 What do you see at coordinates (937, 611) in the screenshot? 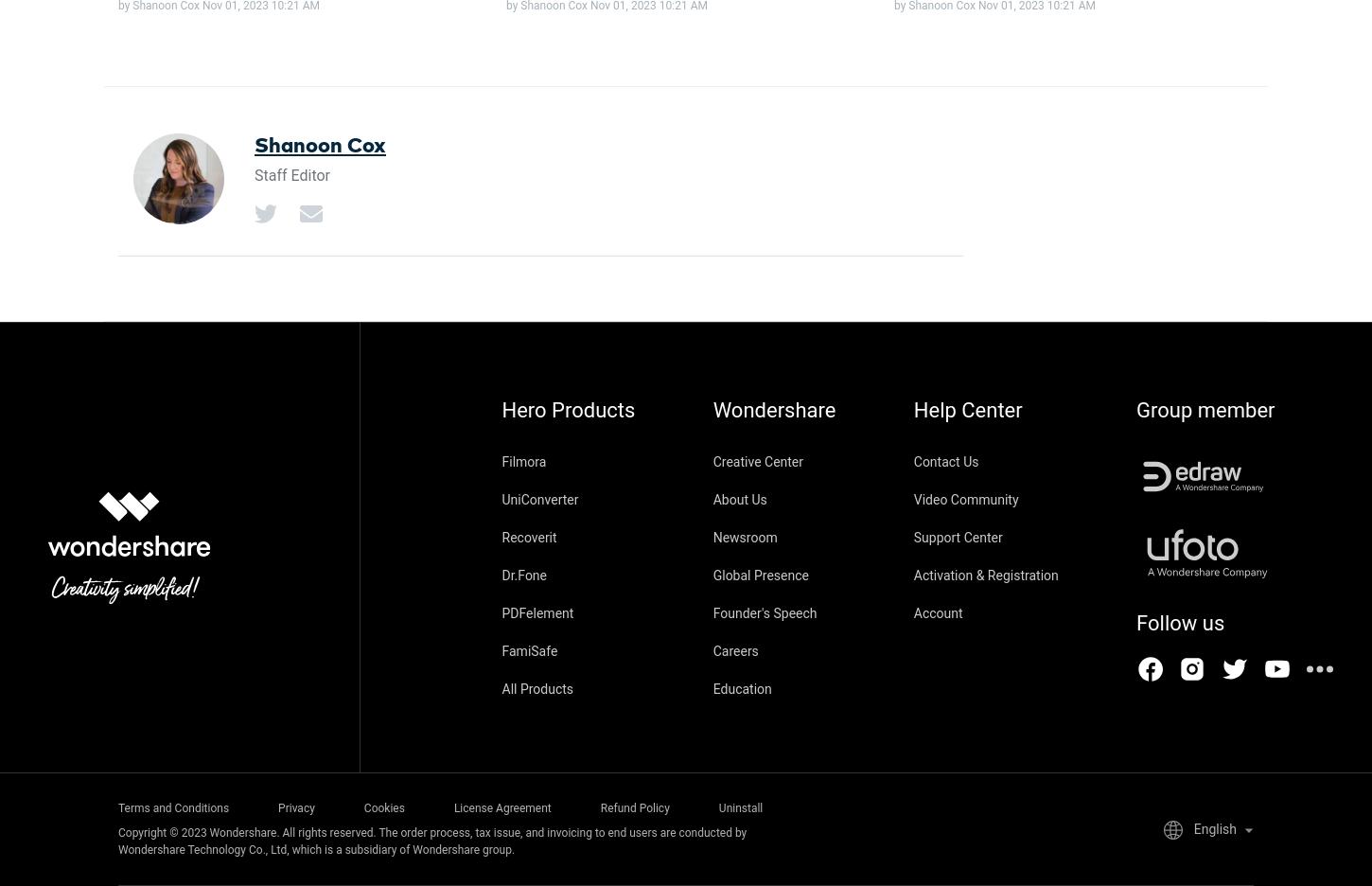
I see `'Account'` at bounding box center [937, 611].